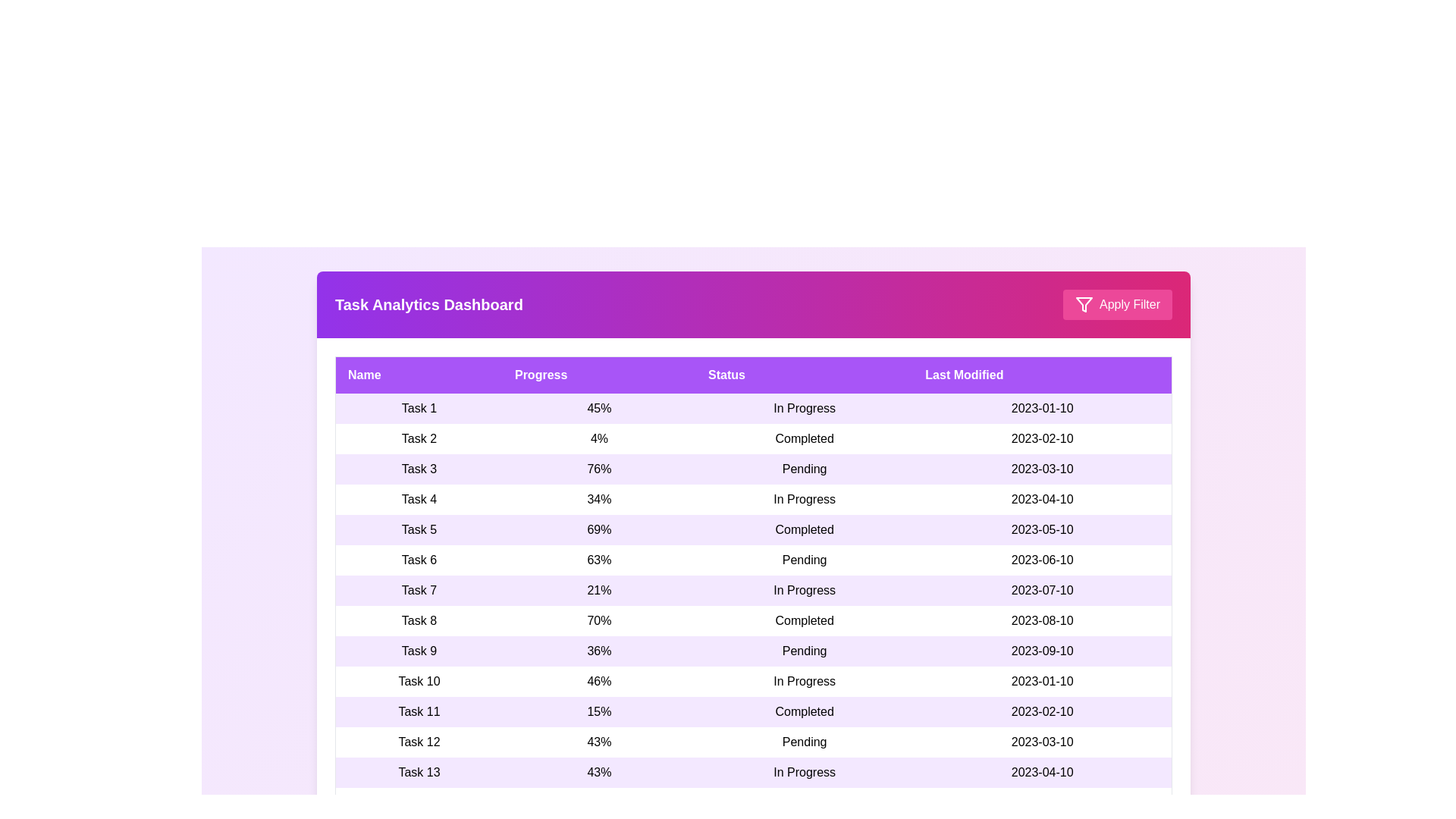 This screenshot has height=819, width=1456. I want to click on the column header Last Modified to sort the table by that column, so click(1041, 375).